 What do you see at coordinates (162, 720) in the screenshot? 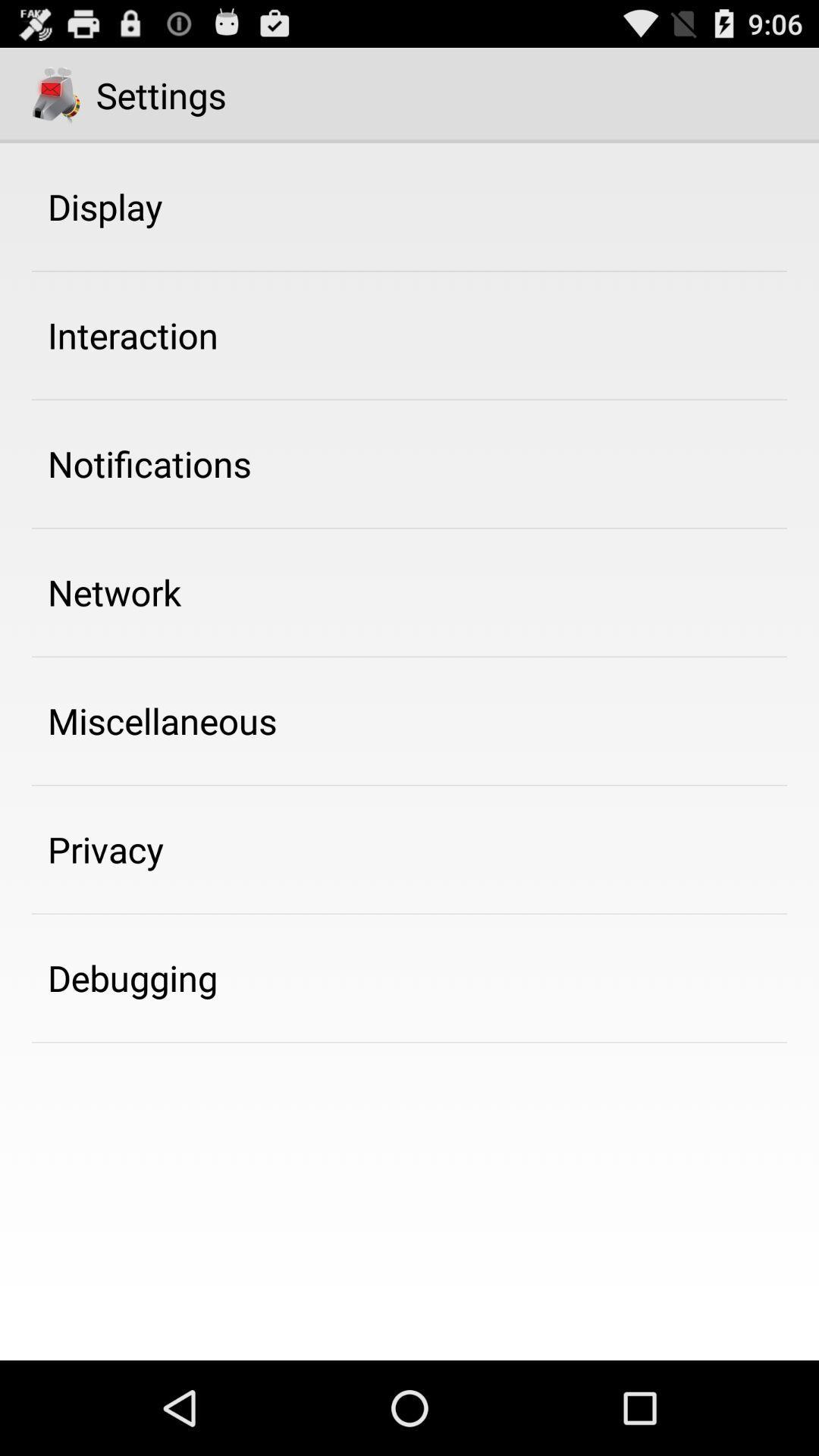
I see `miscellaneous` at bounding box center [162, 720].